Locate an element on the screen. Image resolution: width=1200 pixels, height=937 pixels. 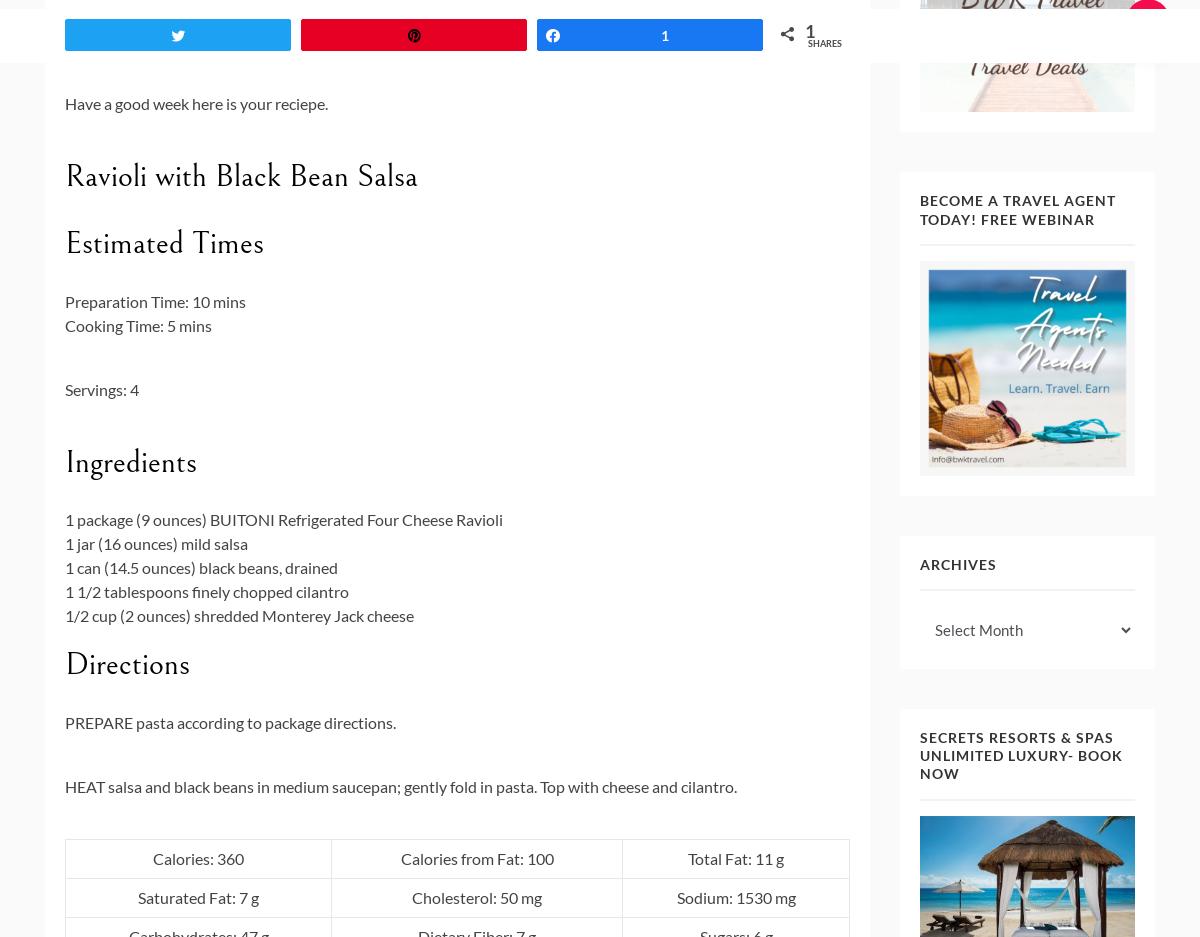
'Become A Travel Agent Today! Free Webinar' is located at coordinates (1017, 209).